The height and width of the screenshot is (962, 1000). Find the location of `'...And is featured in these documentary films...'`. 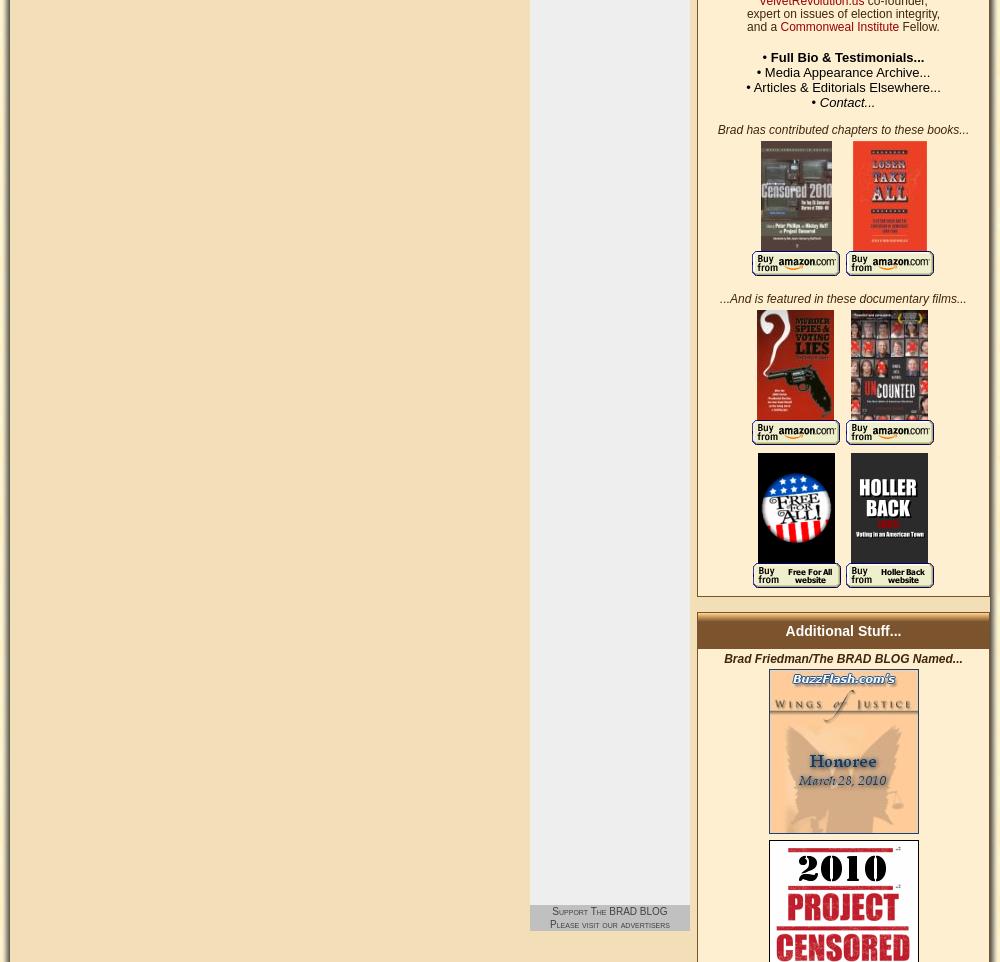

'...And is featured in these documentary films...' is located at coordinates (842, 297).